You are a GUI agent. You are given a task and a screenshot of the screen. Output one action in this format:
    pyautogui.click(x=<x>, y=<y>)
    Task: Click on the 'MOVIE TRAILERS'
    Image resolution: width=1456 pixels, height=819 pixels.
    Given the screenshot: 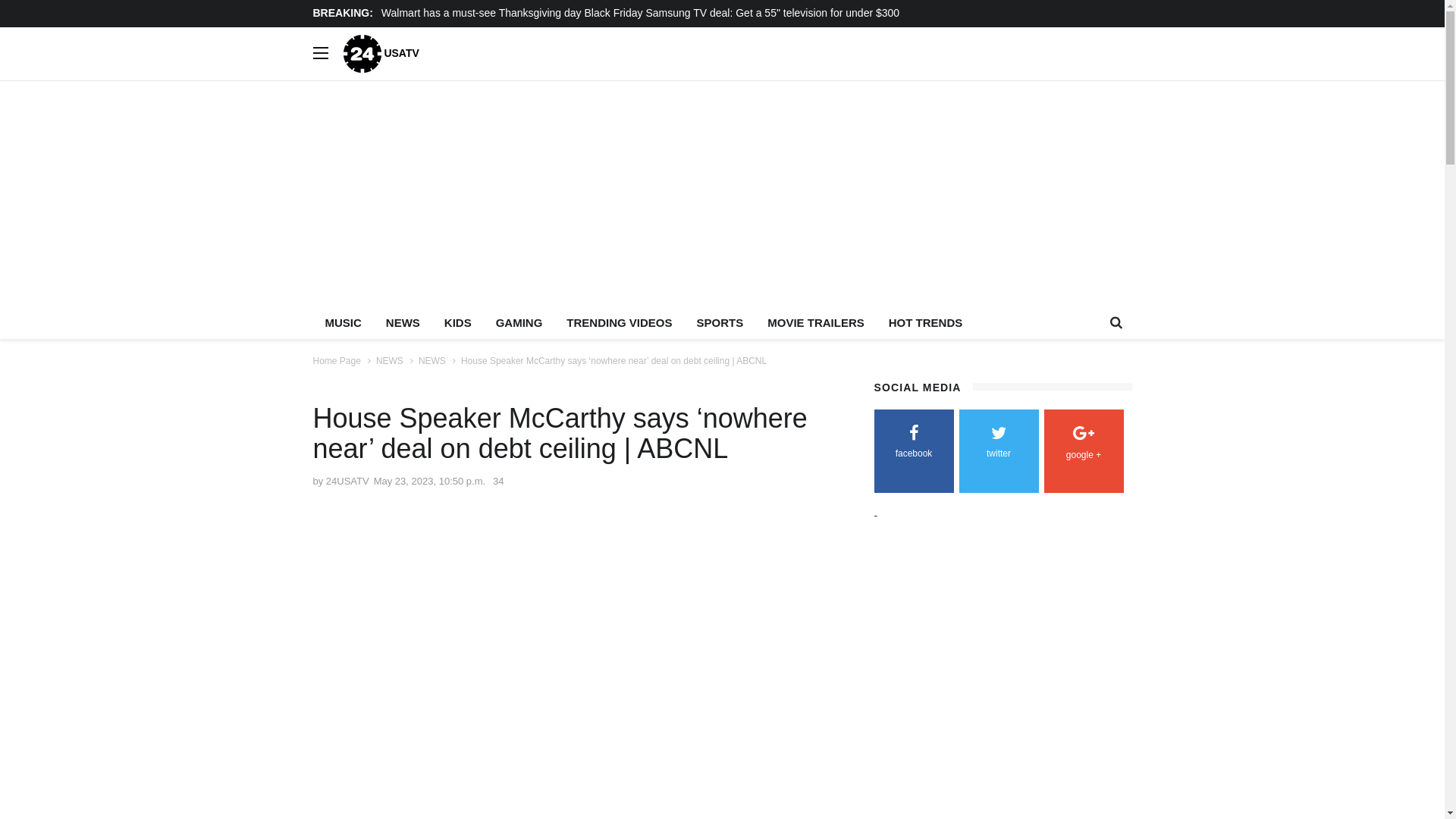 What is the action you would take?
    pyautogui.click(x=814, y=322)
    